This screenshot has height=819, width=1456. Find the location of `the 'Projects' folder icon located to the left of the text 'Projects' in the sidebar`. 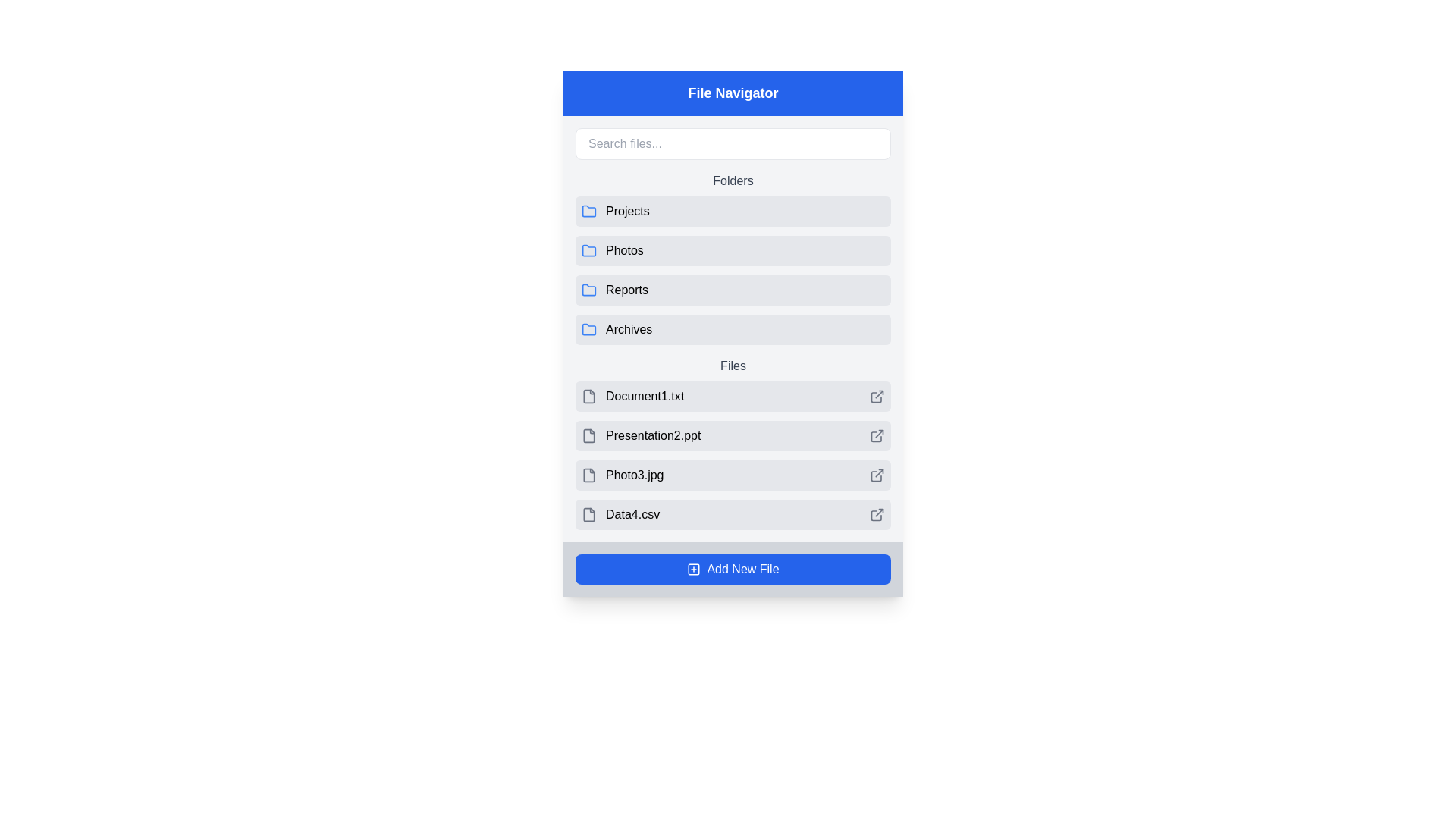

the 'Projects' folder icon located to the left of the text 'Projects' in the sidebar is located at coordinates (588, 210).